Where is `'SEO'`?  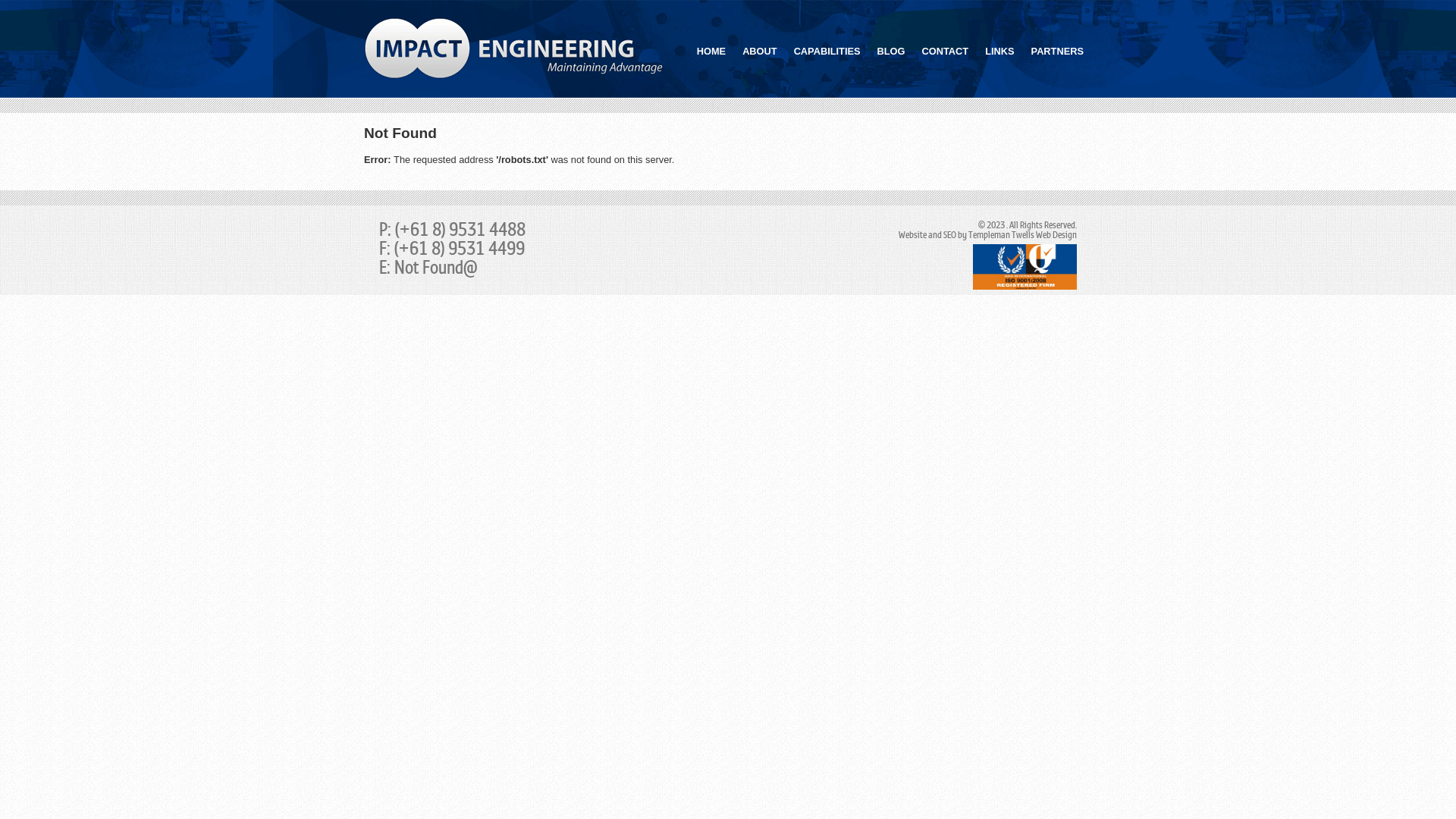 'SEO' is located at coordinates (942, 235).